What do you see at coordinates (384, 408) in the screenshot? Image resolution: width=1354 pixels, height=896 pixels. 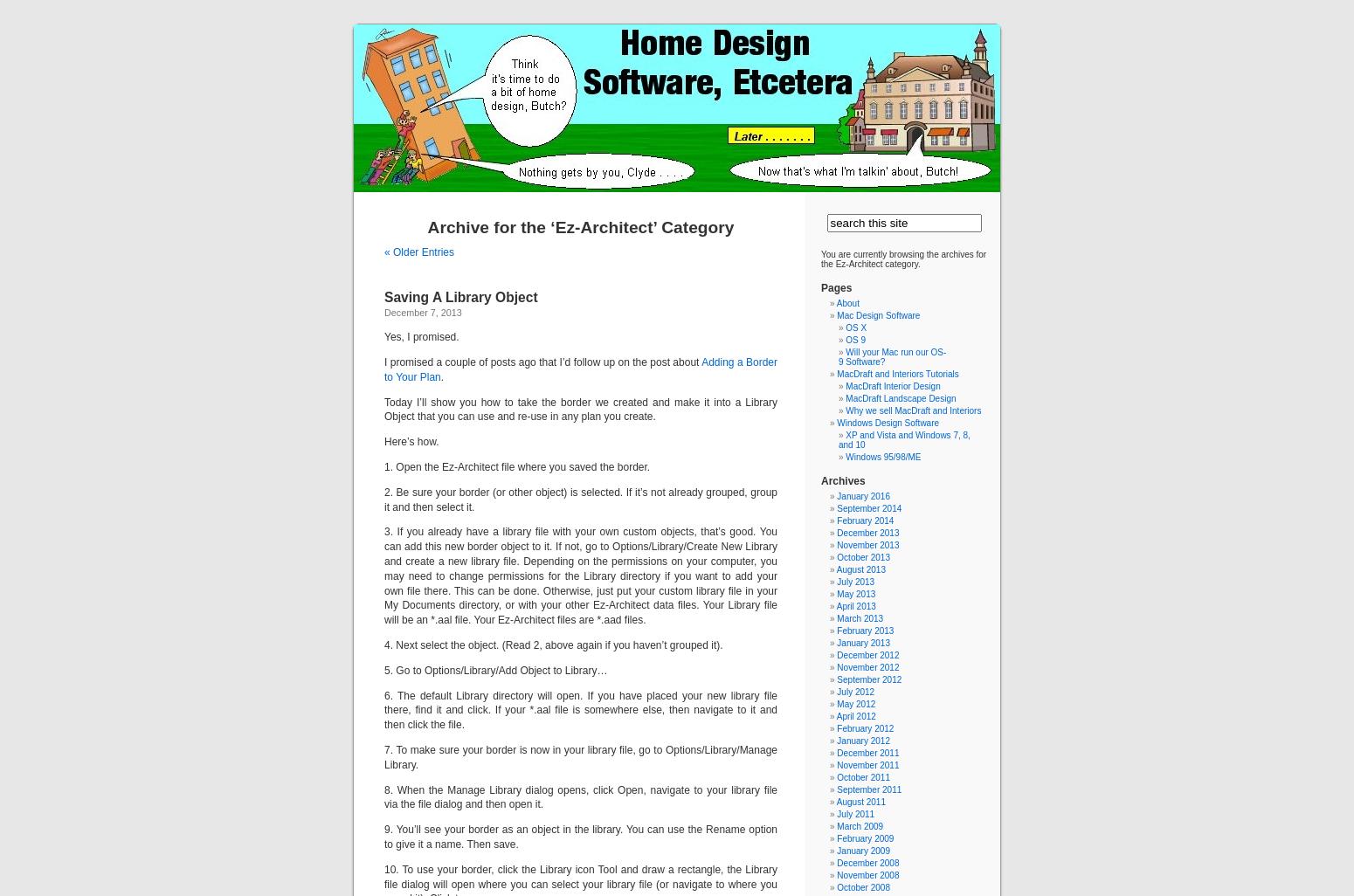 I see `'Today I’ll show you how to take the border we created and make it into a Library Object that you can use and re-use in any plan you create.'` at bounding box center [384, 408].